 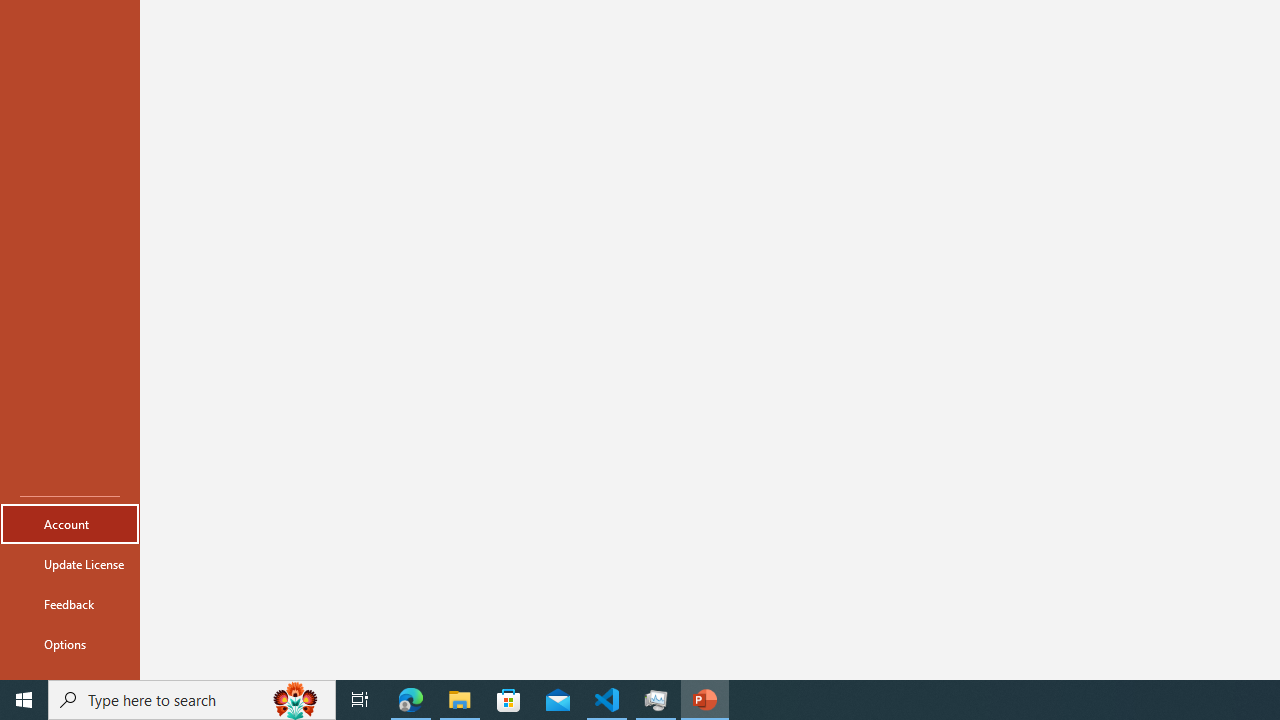 What do you see at coordinates (69, 644) in the screenshot?
I see `'Options'` at bounding box center [69, 644].